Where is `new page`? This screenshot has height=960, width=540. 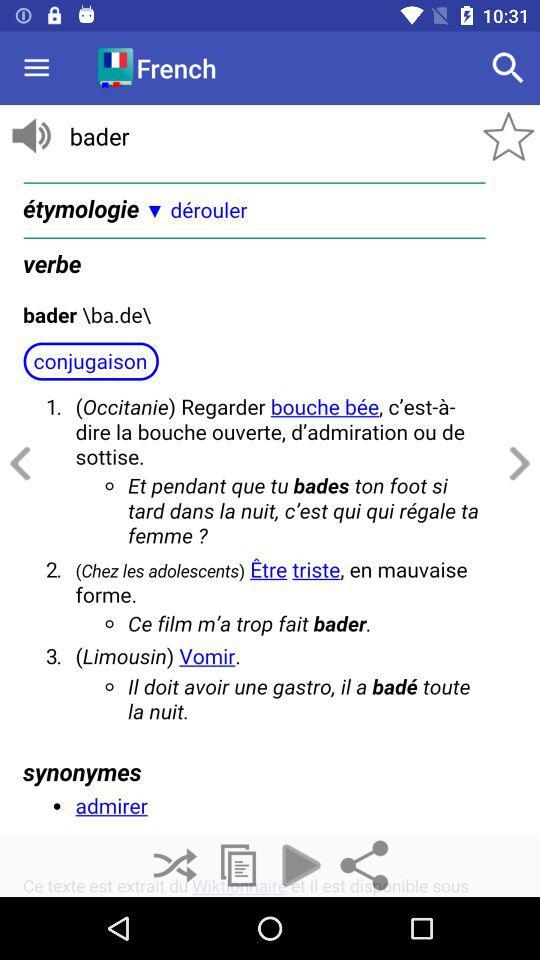 new page is located at coordinates (238, 864).